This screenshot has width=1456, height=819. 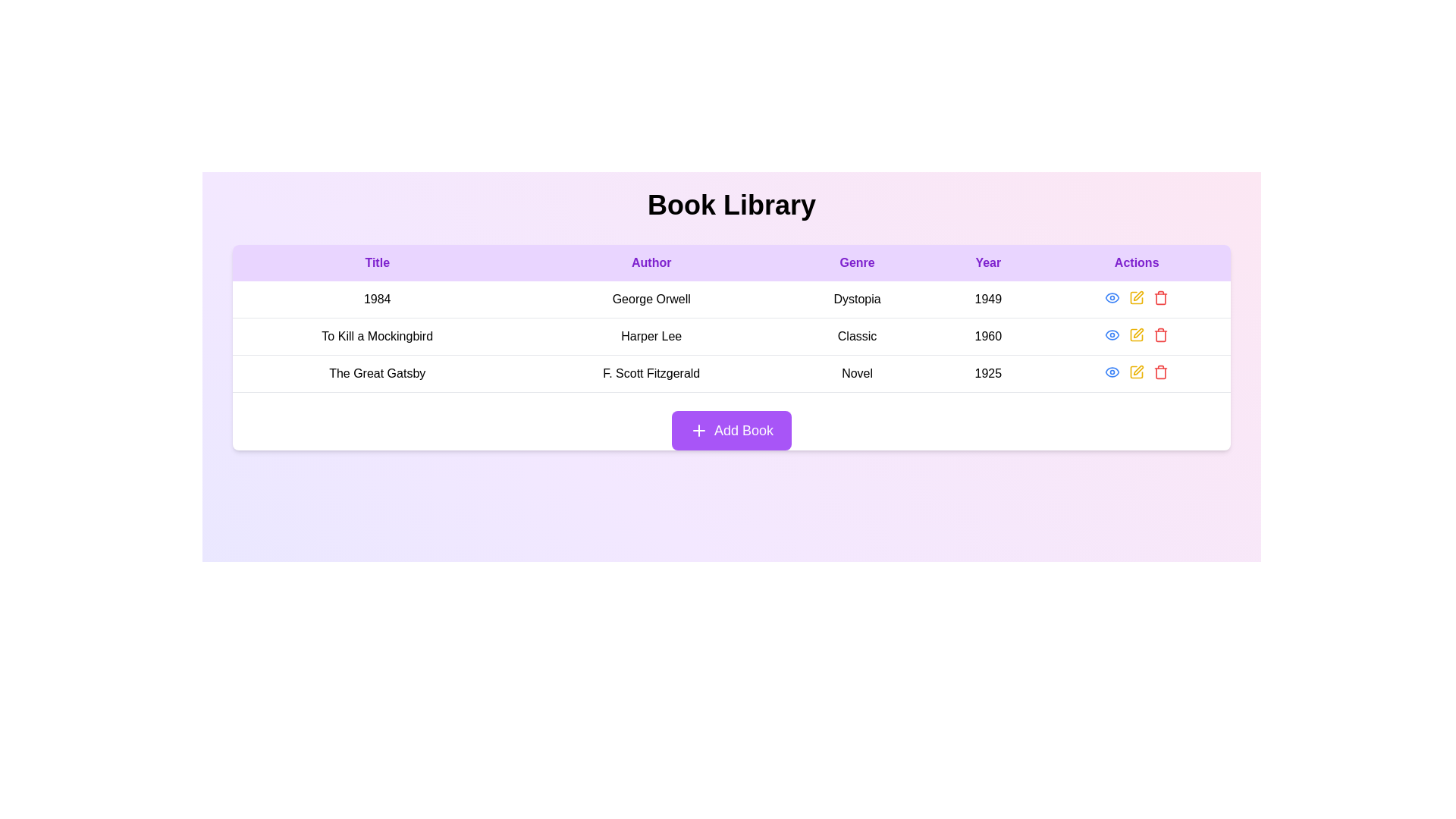 What do you see at coordinates (698, 430) in the screenshot?
I see `the 'Add Book' button icon, which visually represents the action of adding a book and is aligned left with the button's text` at bounding box center [698, 430].